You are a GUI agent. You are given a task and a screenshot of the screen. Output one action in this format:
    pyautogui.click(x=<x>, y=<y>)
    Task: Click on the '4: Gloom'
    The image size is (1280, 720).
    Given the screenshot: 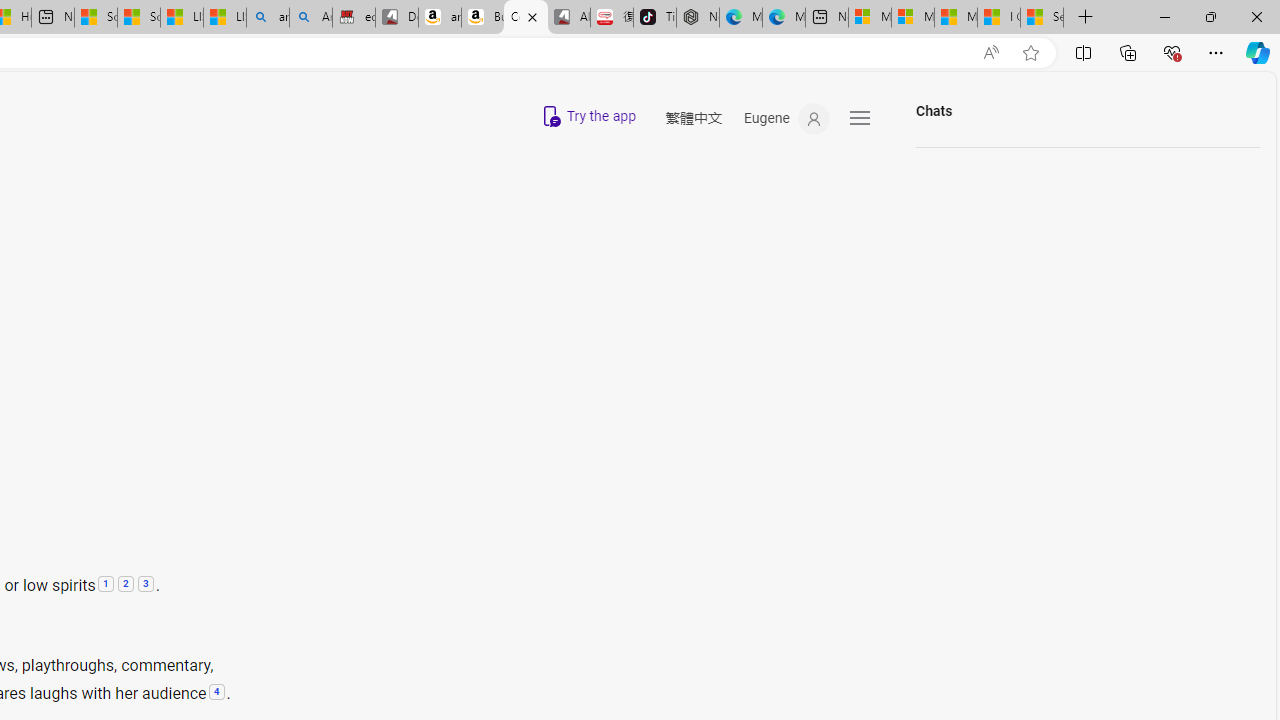 What is the action you would take?
    pyautogui.click(x=216, y=692)
    